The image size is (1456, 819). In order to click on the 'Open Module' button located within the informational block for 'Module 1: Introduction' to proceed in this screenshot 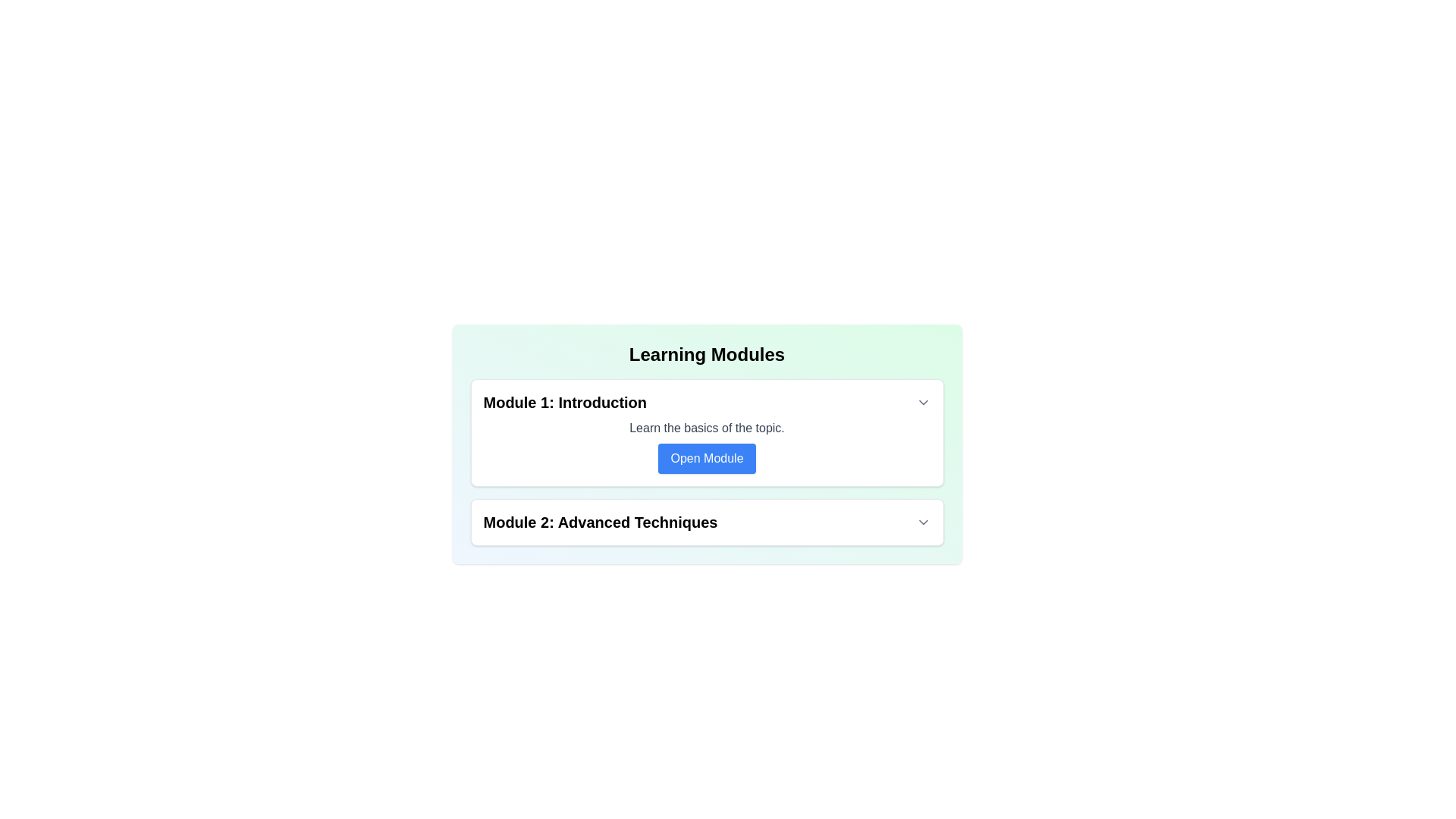, I will do `click(706, 446)`.